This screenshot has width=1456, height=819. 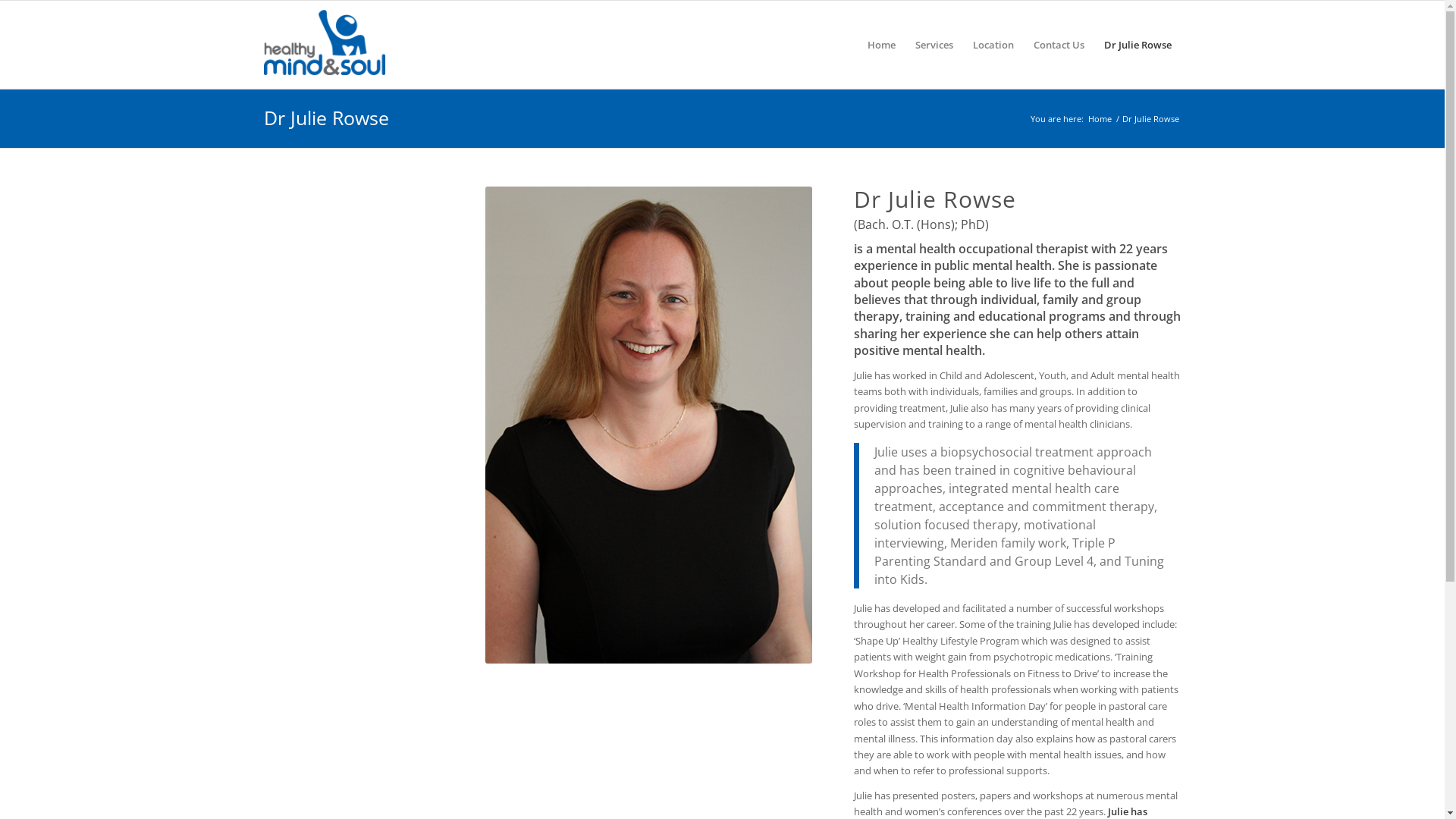 What do you see at coordinates (856, 43) in the screenshot?
I see `'Home'` at bounding box center [856, 43].